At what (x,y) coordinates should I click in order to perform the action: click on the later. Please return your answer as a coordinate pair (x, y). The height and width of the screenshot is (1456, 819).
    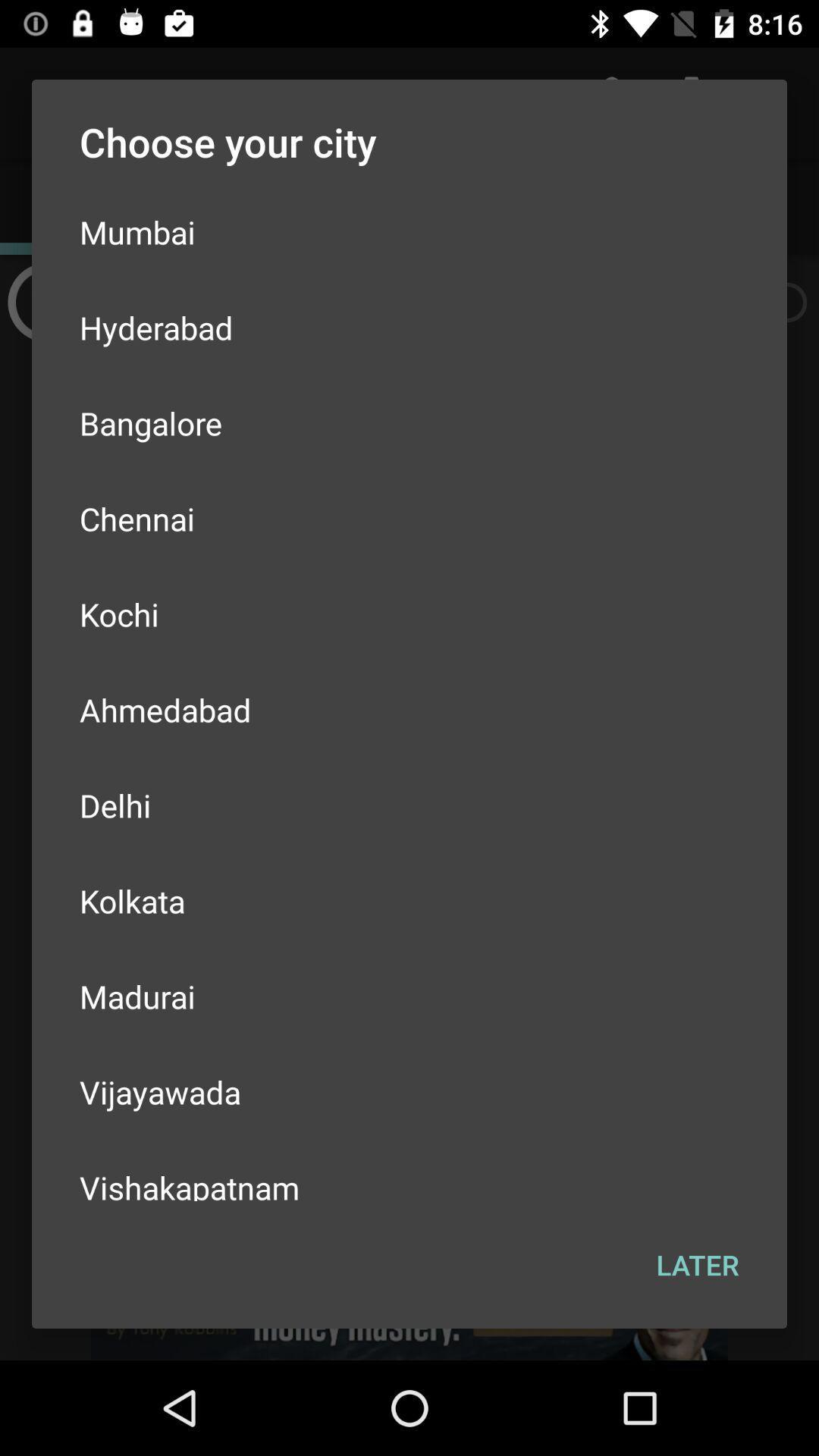
    Looking at the image, I should click on (698, 1265).